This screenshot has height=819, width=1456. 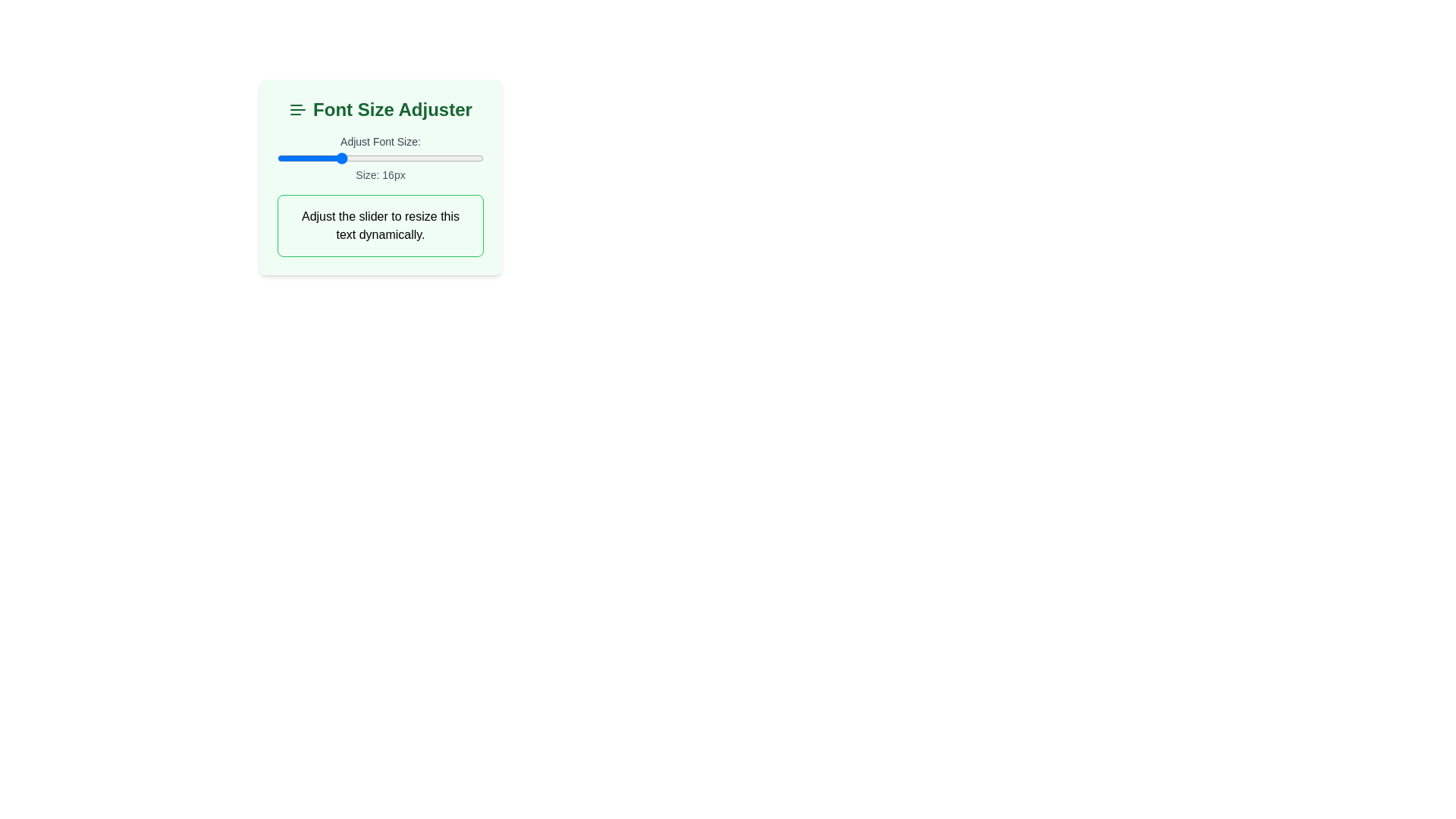 I want to click on the font size slider to 28 px, so click(x=462, y=158).